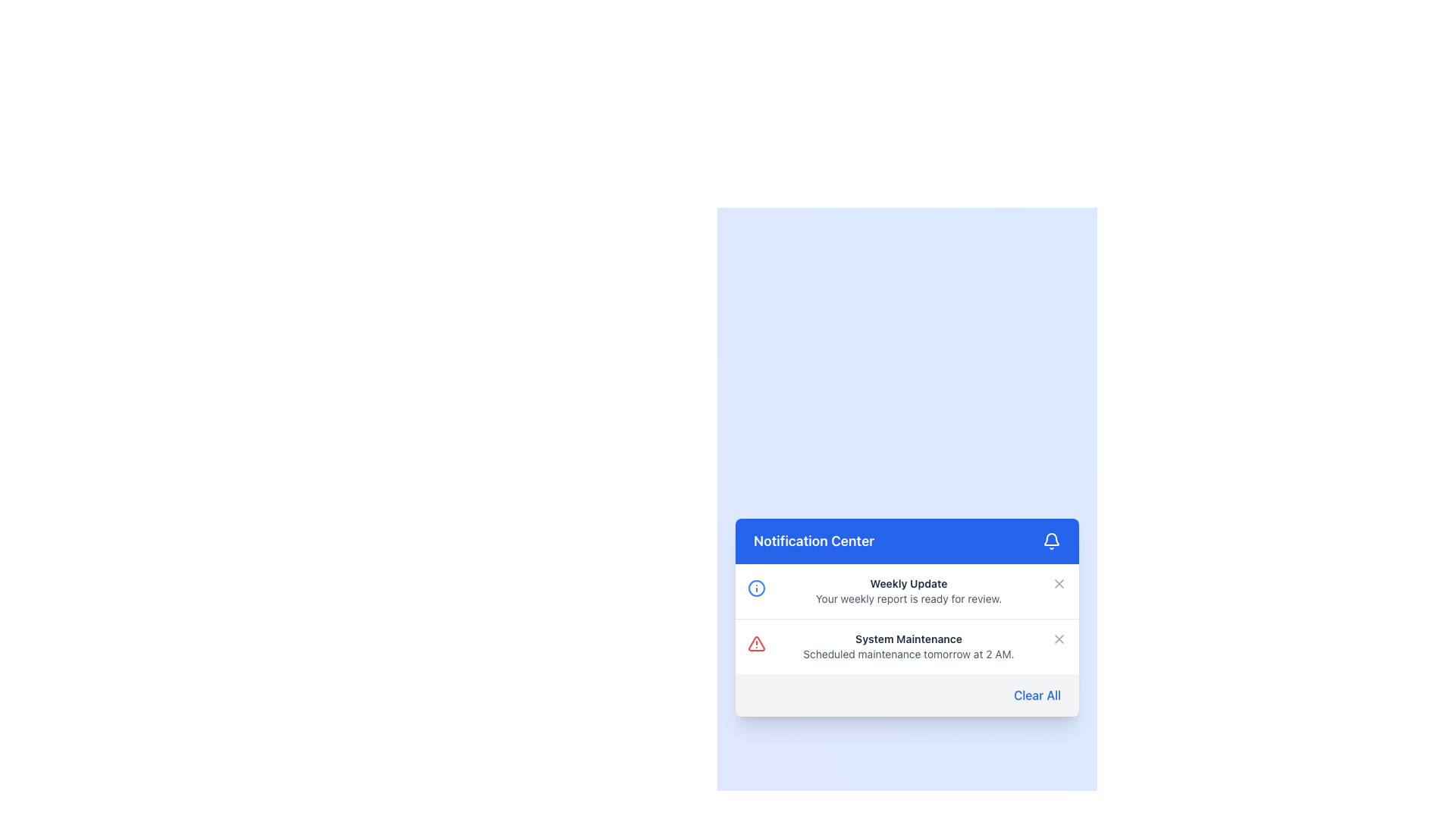 The width and height of the screenshot is (1456, 819). I want to click on the icon located in the second column of the 'Weekly Update' notification dropdown to invoke a related action, so click(757, 587).